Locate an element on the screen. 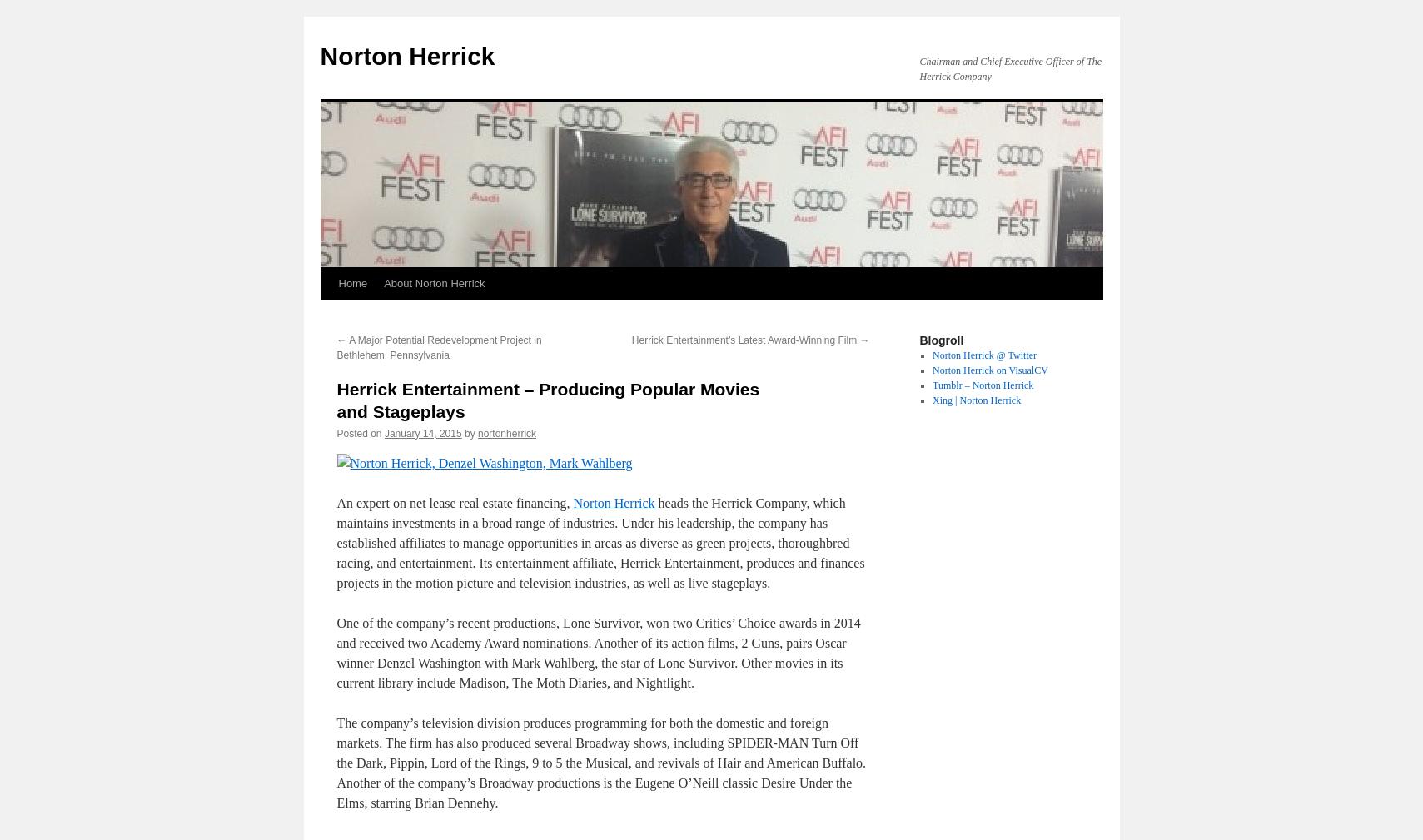 The image size is (1423, 840). 'Herrick Entertainment’s Latest Award-Winning Film' is located at coordinates (745, 340).